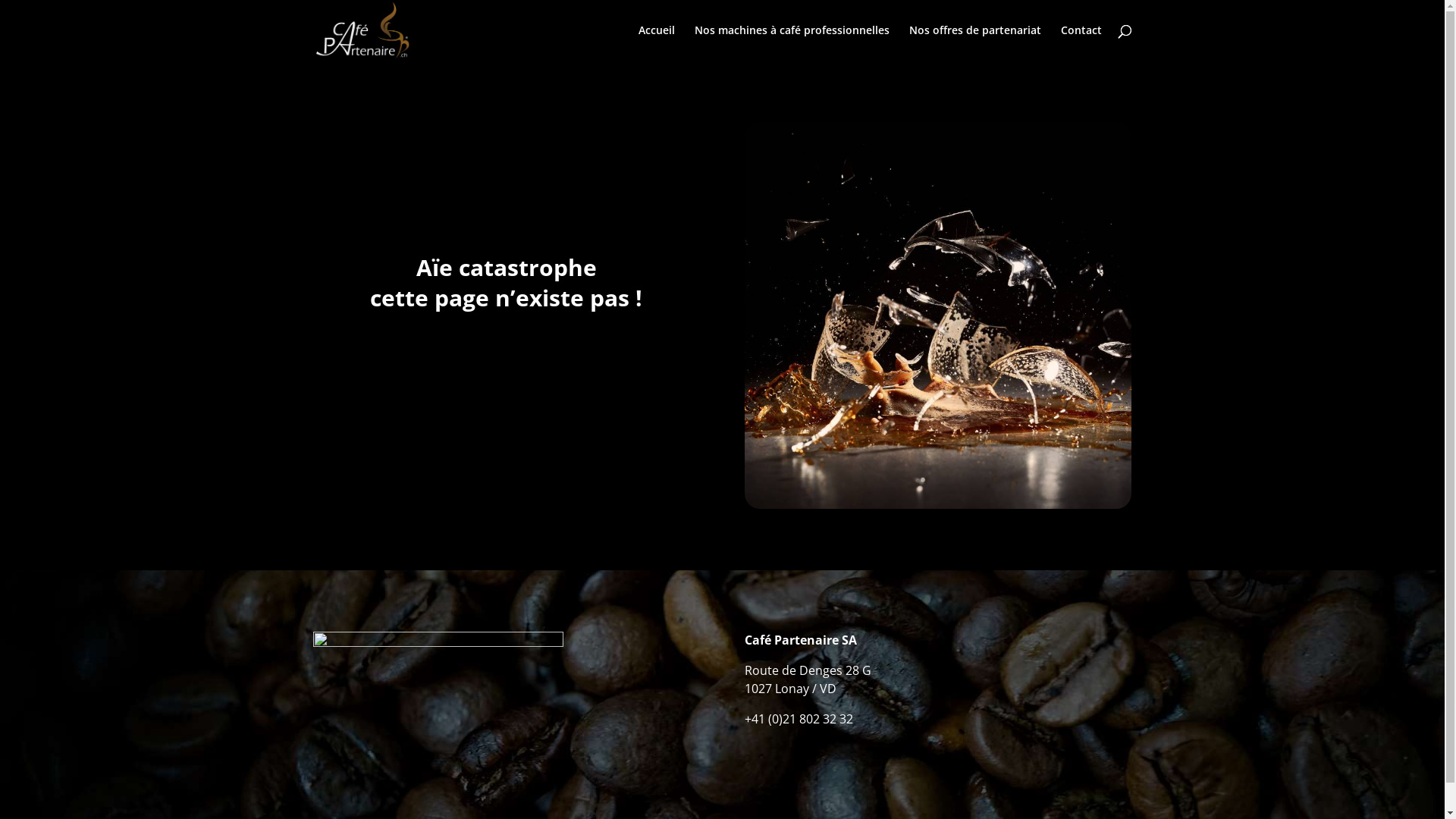 The height and width of the screenshot is (819, 1456). What do you see at coordinates (1080, 42) in the screenshot?
I see `'Contact'` at bounding box center [1080, 42].